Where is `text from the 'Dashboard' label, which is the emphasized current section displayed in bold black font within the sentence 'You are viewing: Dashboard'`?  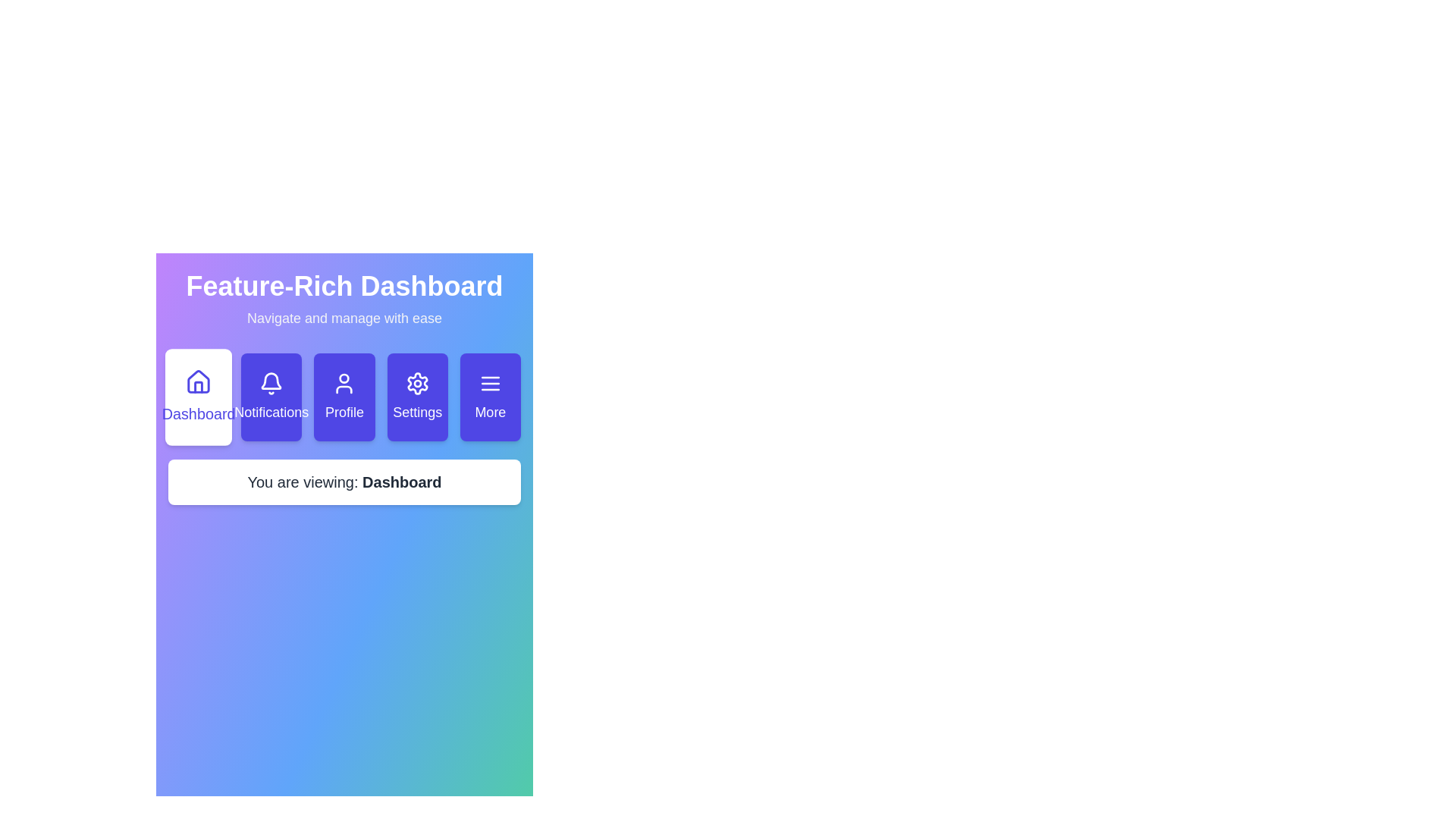 text from the 'Dashboard' label, which is the emphasized current section displayed in bold black font within the sentence 'You are viewing: Dashboard' is located at coordinates (402, 482).